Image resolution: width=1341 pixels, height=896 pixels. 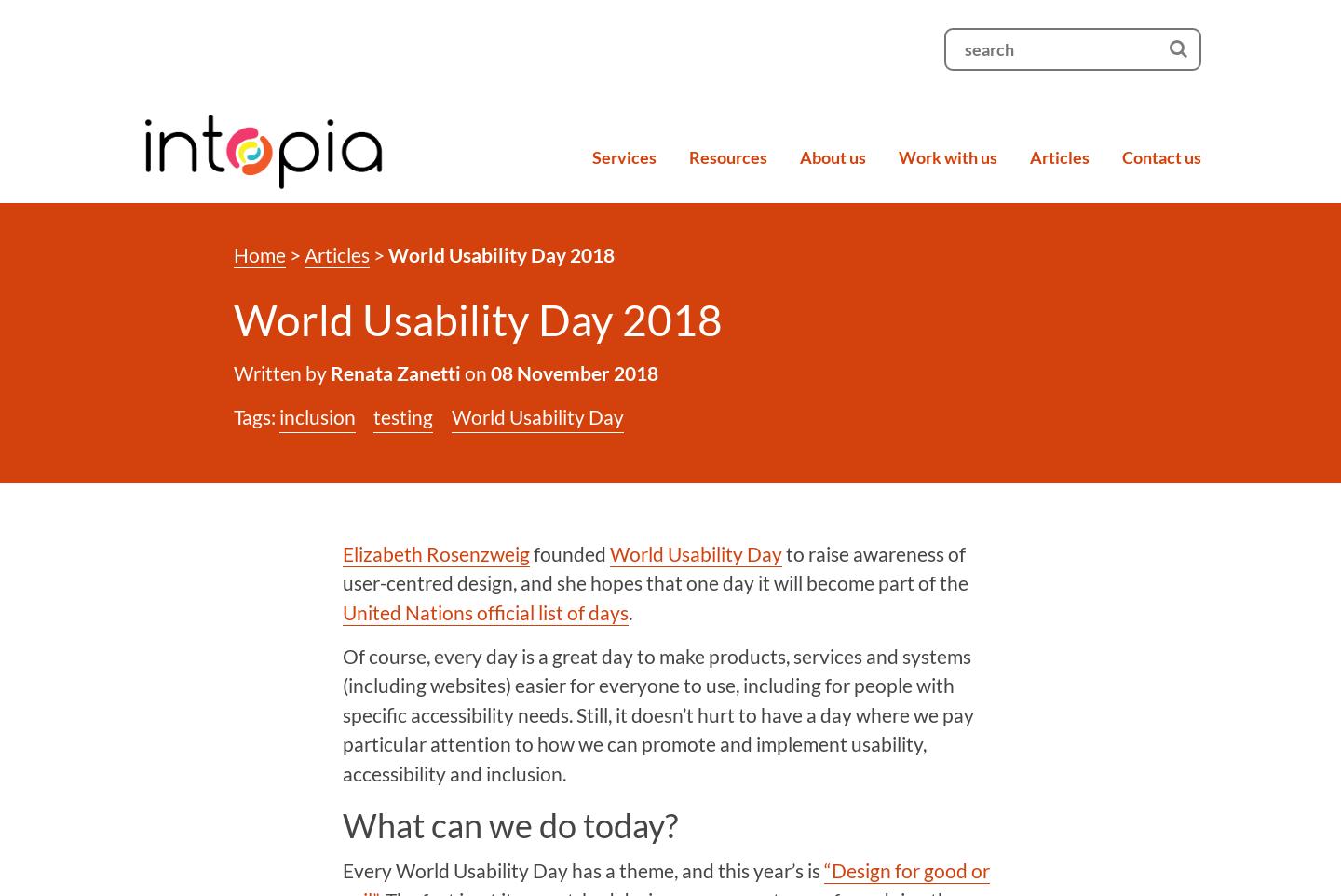 I want to click on 'founded', so click(x=567, y=551).